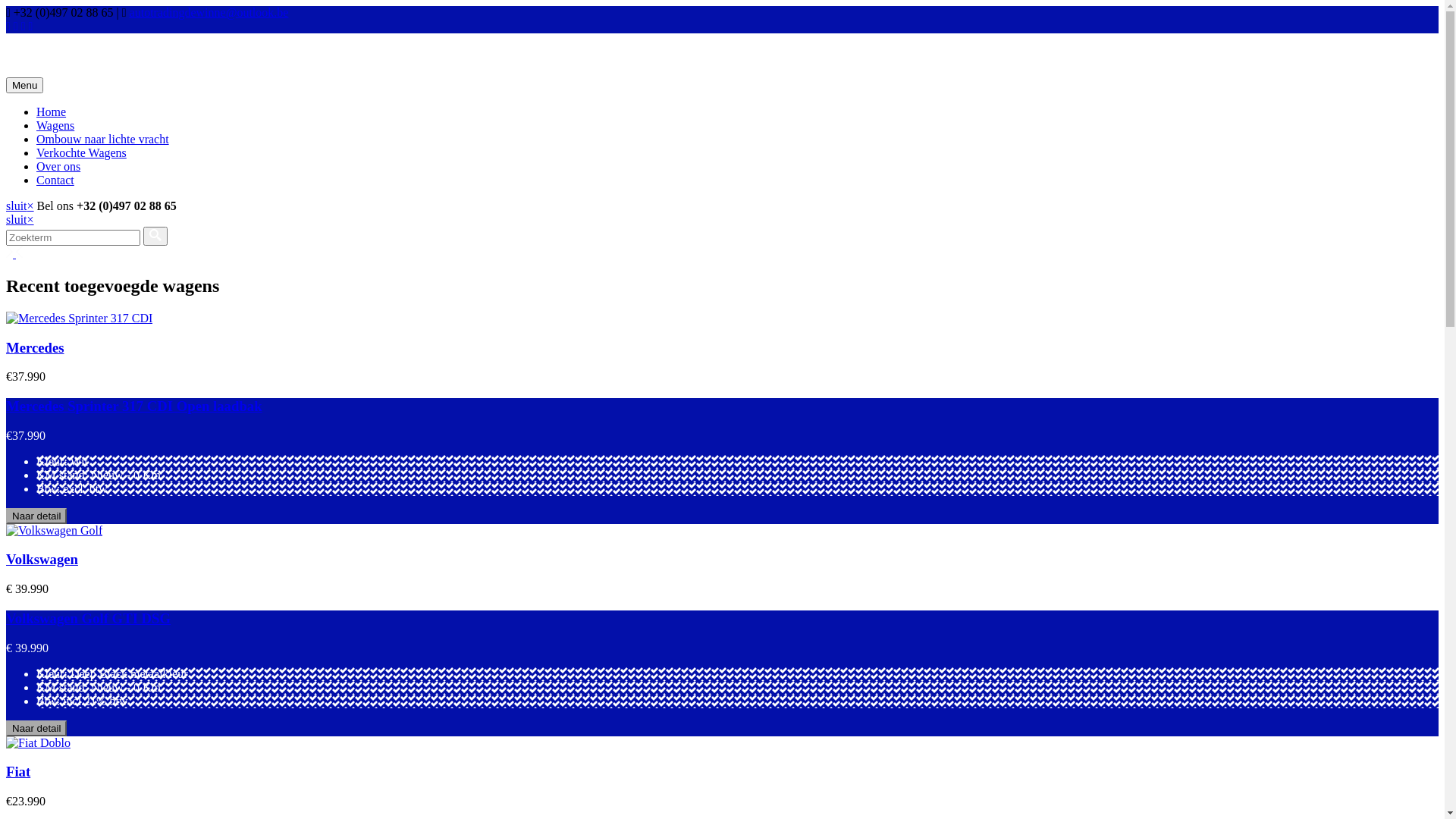 This screenshot has width=1456, height=819. Describe the element at coordinates (80, 152) in the screenshot. I see `'Verkochte Wagens'` at that location.